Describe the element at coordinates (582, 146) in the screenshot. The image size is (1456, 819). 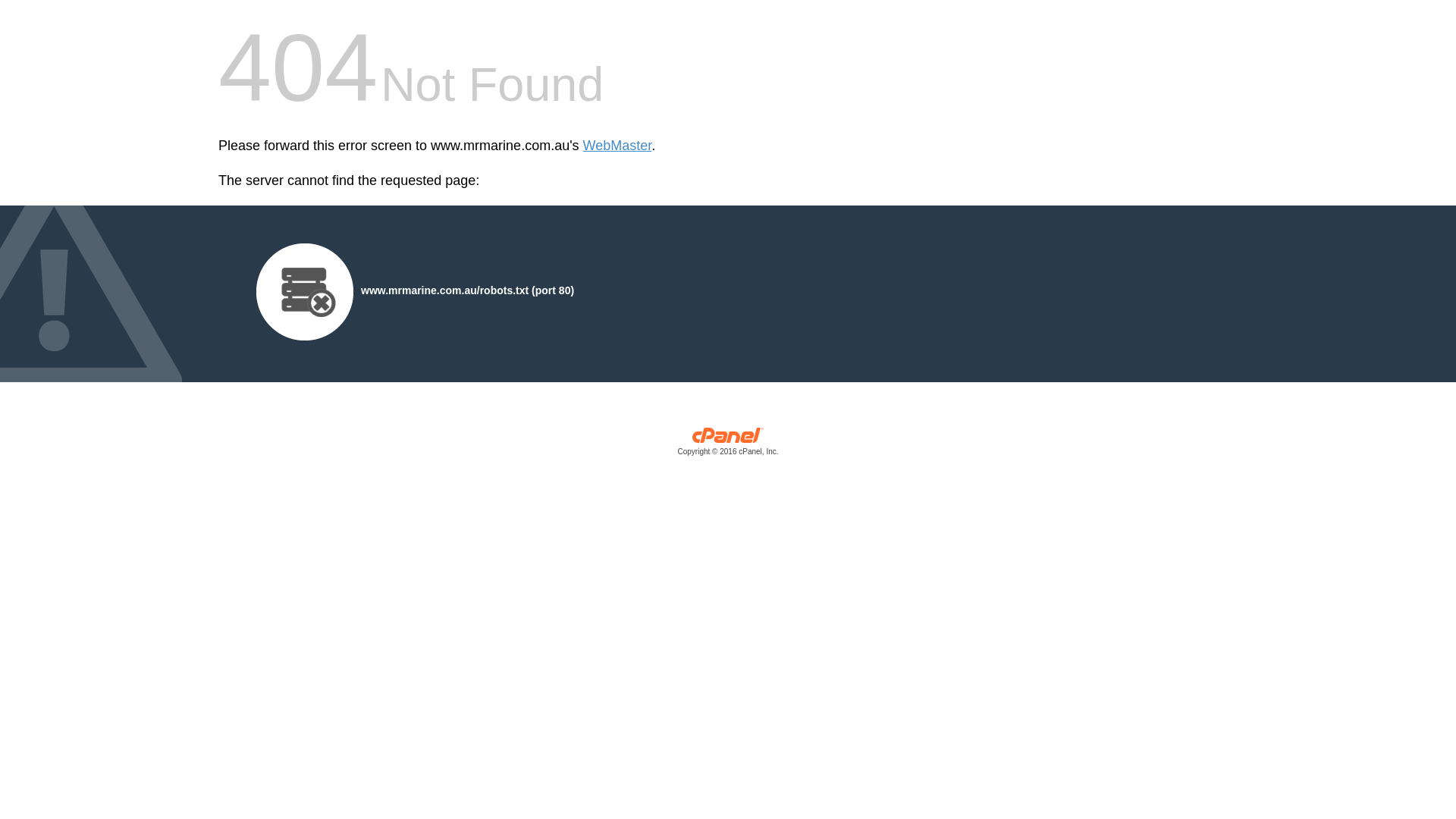
I see `'WebMaster'` at that location.